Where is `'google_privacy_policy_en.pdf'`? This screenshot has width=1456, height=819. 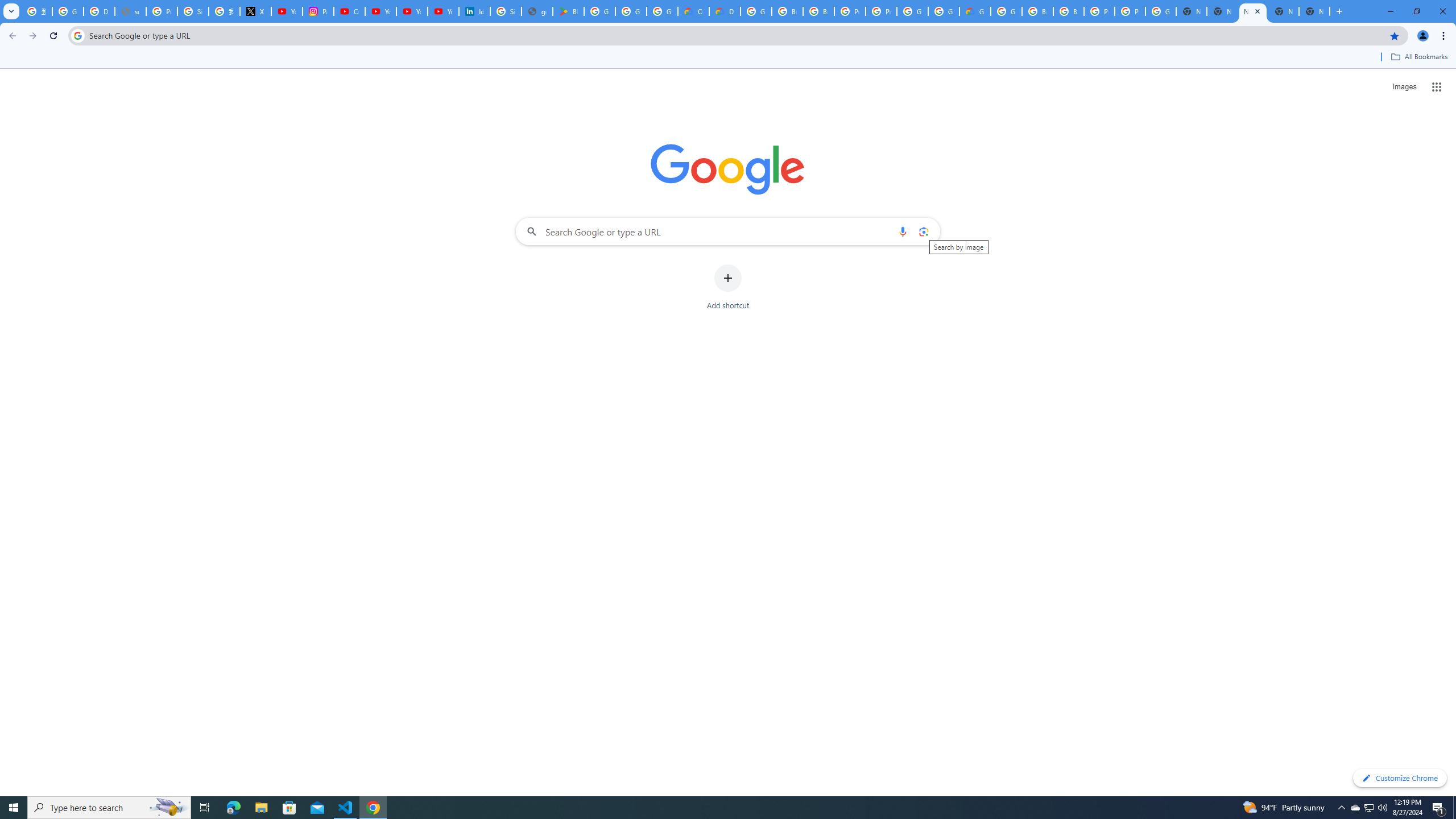 'google_privacy_policy_en.pdf' is located at coordinates (536, 11).